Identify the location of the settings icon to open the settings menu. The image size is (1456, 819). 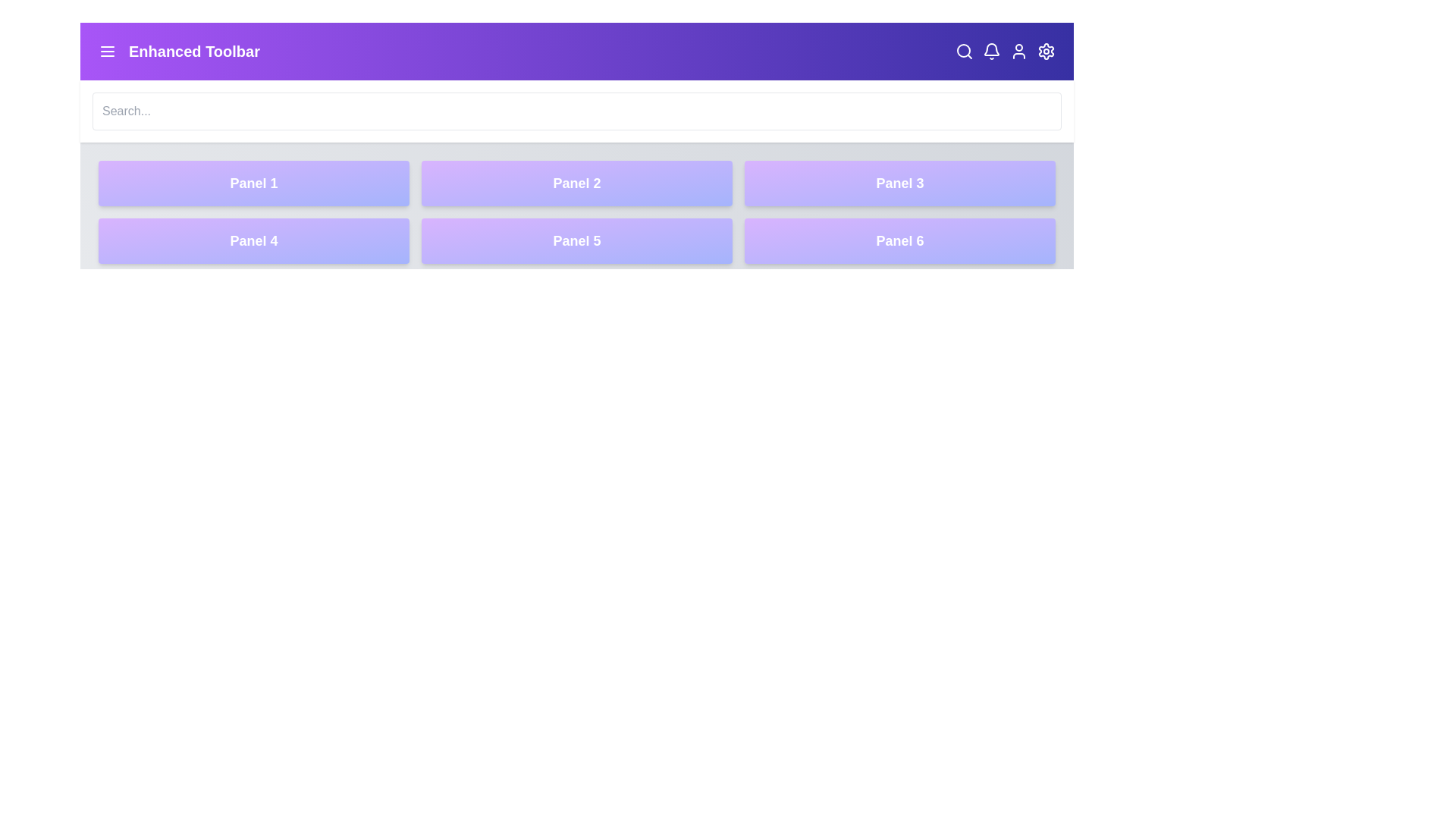
(1046, 51).